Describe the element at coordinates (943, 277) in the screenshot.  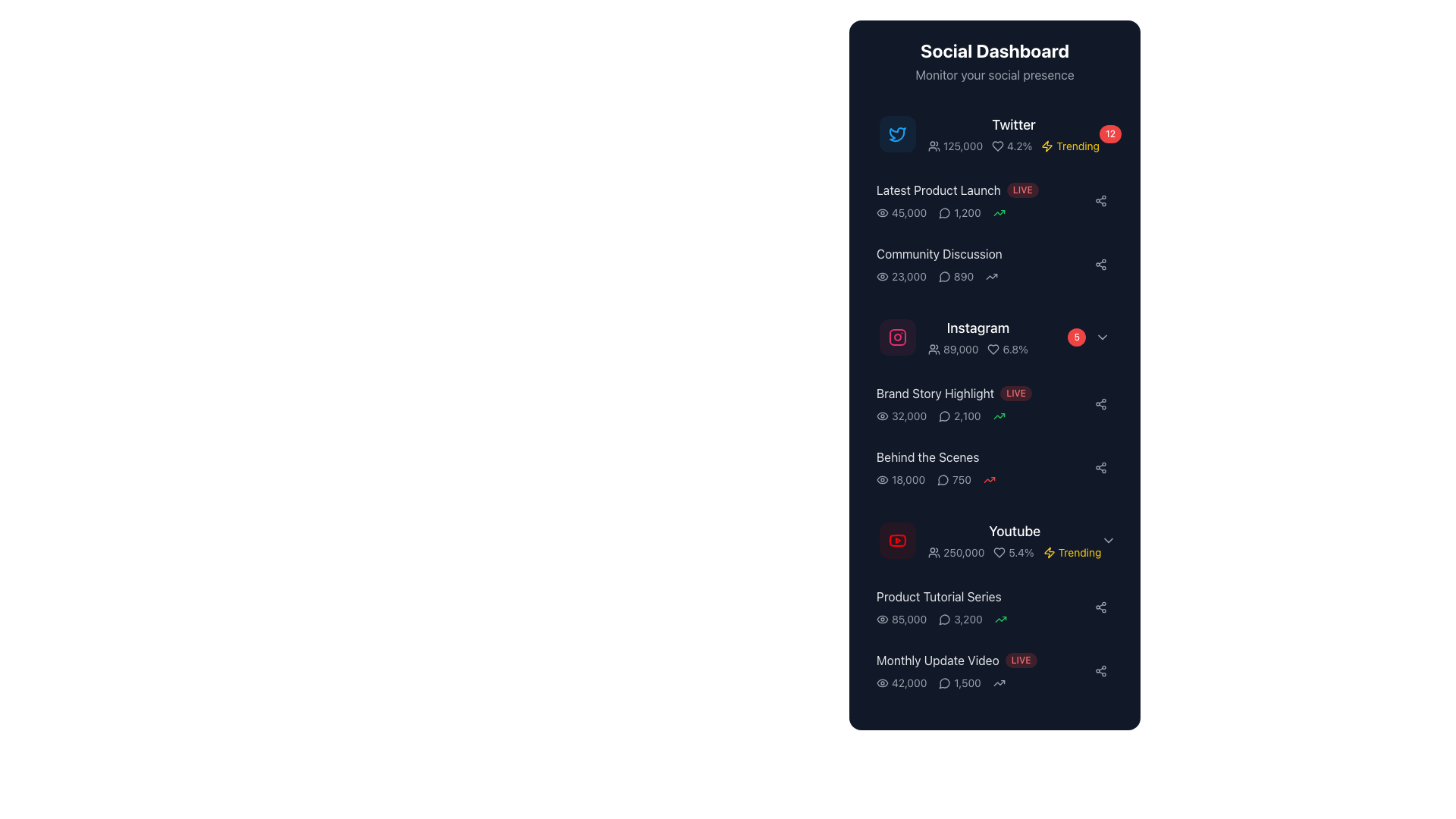
I see `the speech bubble icon indicating the number of comments or discussions, located next to the value '890' in the 'Community Discussion' section of the dashboard` at that location.